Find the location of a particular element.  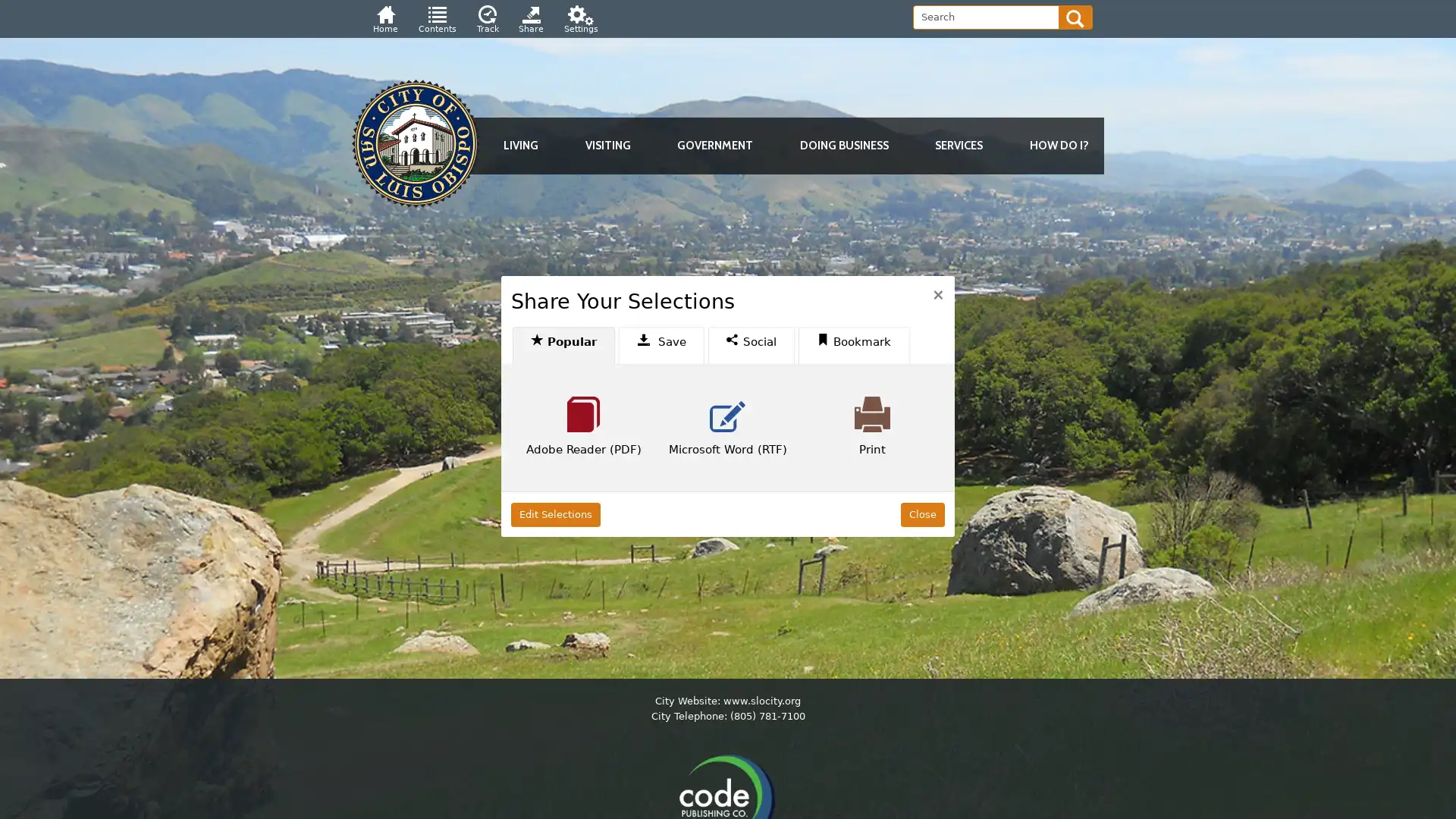

Edit Selections is located at coordinates (555, 513).